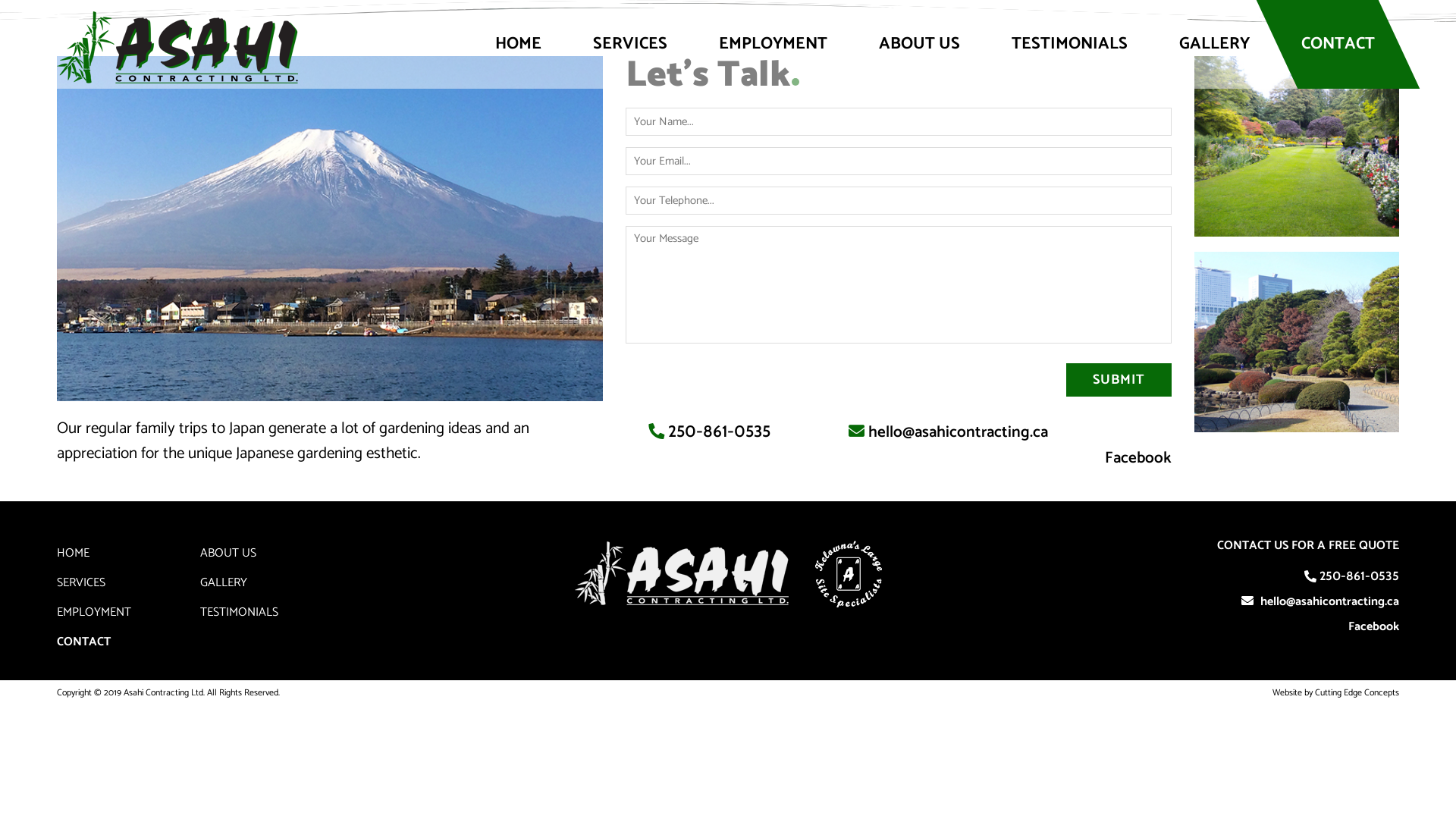 Image resolution: width=1456 pixels, height=819 pixels. What do you see at coordinates (1068, 43) in the screenshot?
I see `'TESTIMONIALS'` at bounding box center [1068, 43].